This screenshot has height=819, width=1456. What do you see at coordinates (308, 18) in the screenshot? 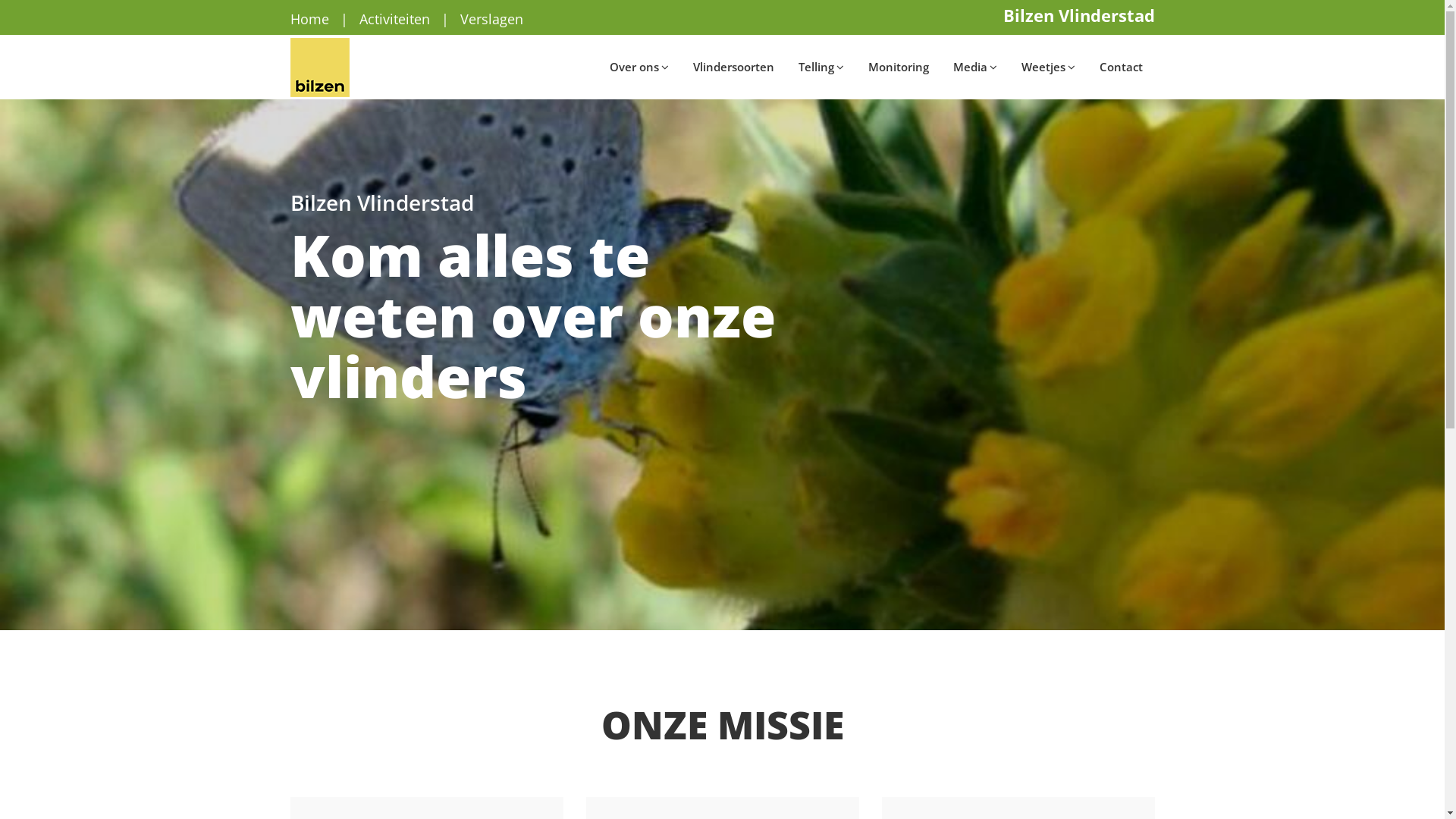
I see `'Home'` at bounding box center [308, 18].